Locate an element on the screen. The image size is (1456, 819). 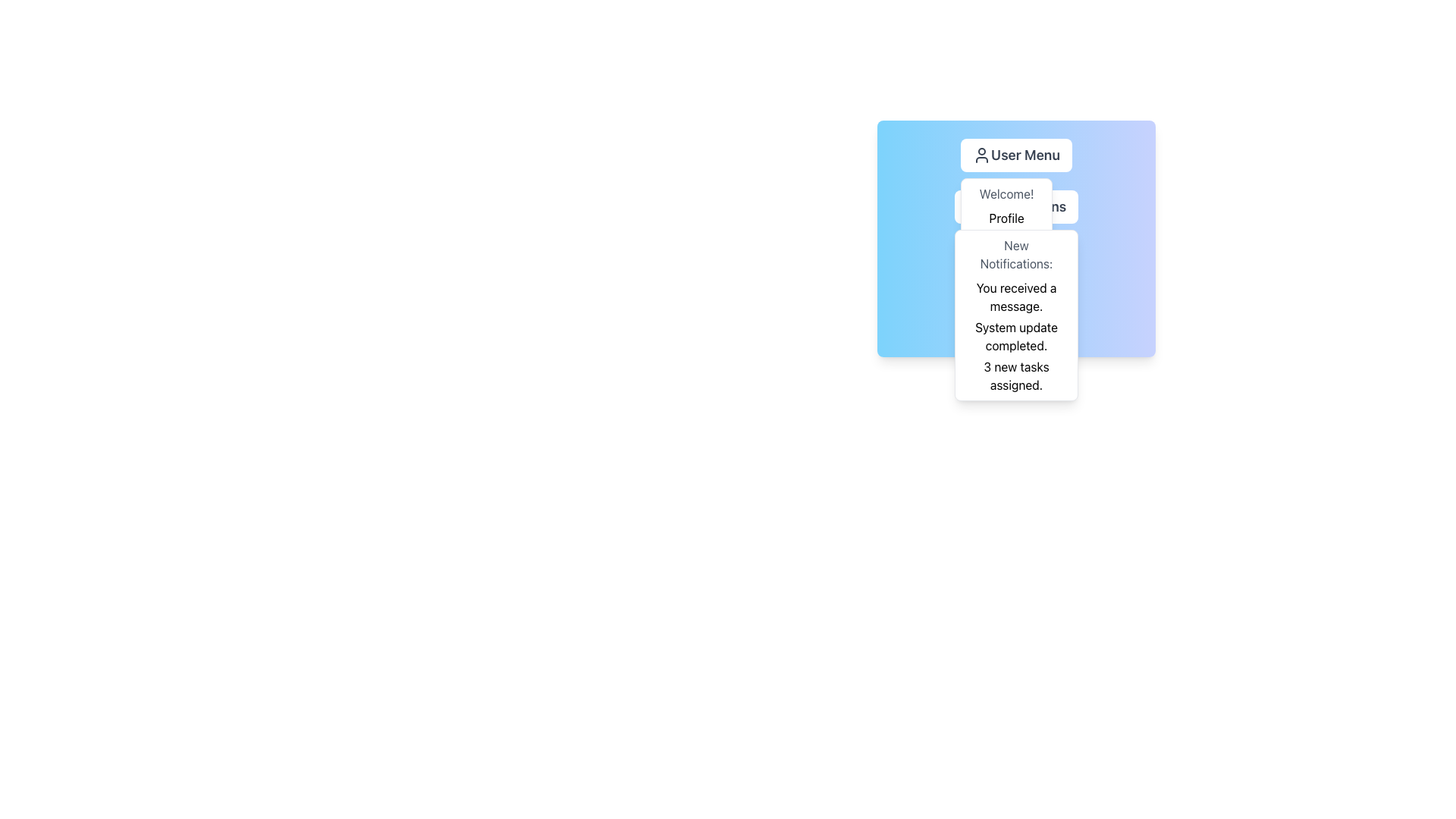
the non-interactive label that displays the number of new tasks assigned to the user, located in the 'New Notifications' dropdown menu, directly below the 'System update completed.' text item is located at coordinates (1016, 375).